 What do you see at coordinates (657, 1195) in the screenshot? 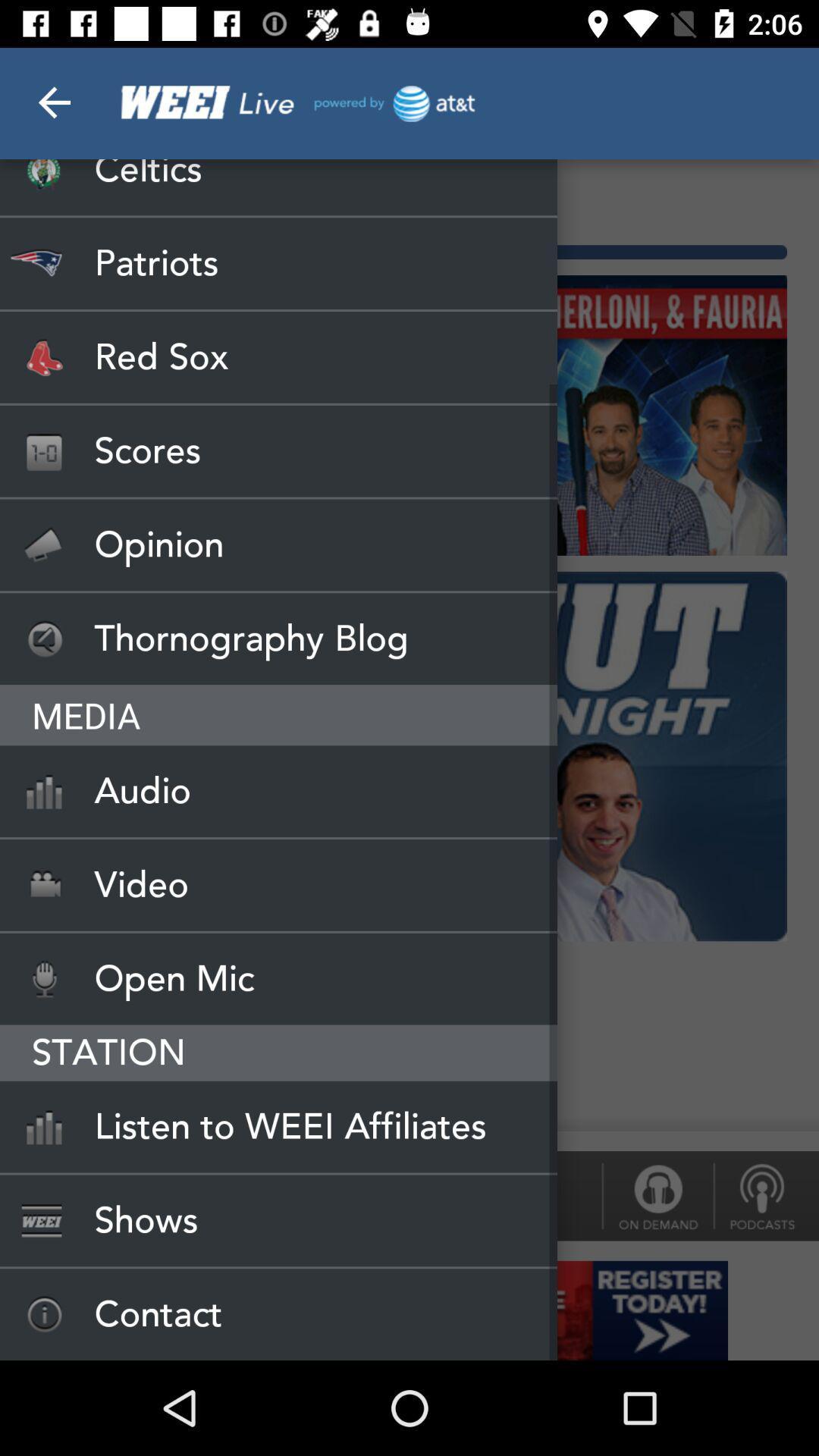
I see `the lock icon` at bounding box center [657, 1195].